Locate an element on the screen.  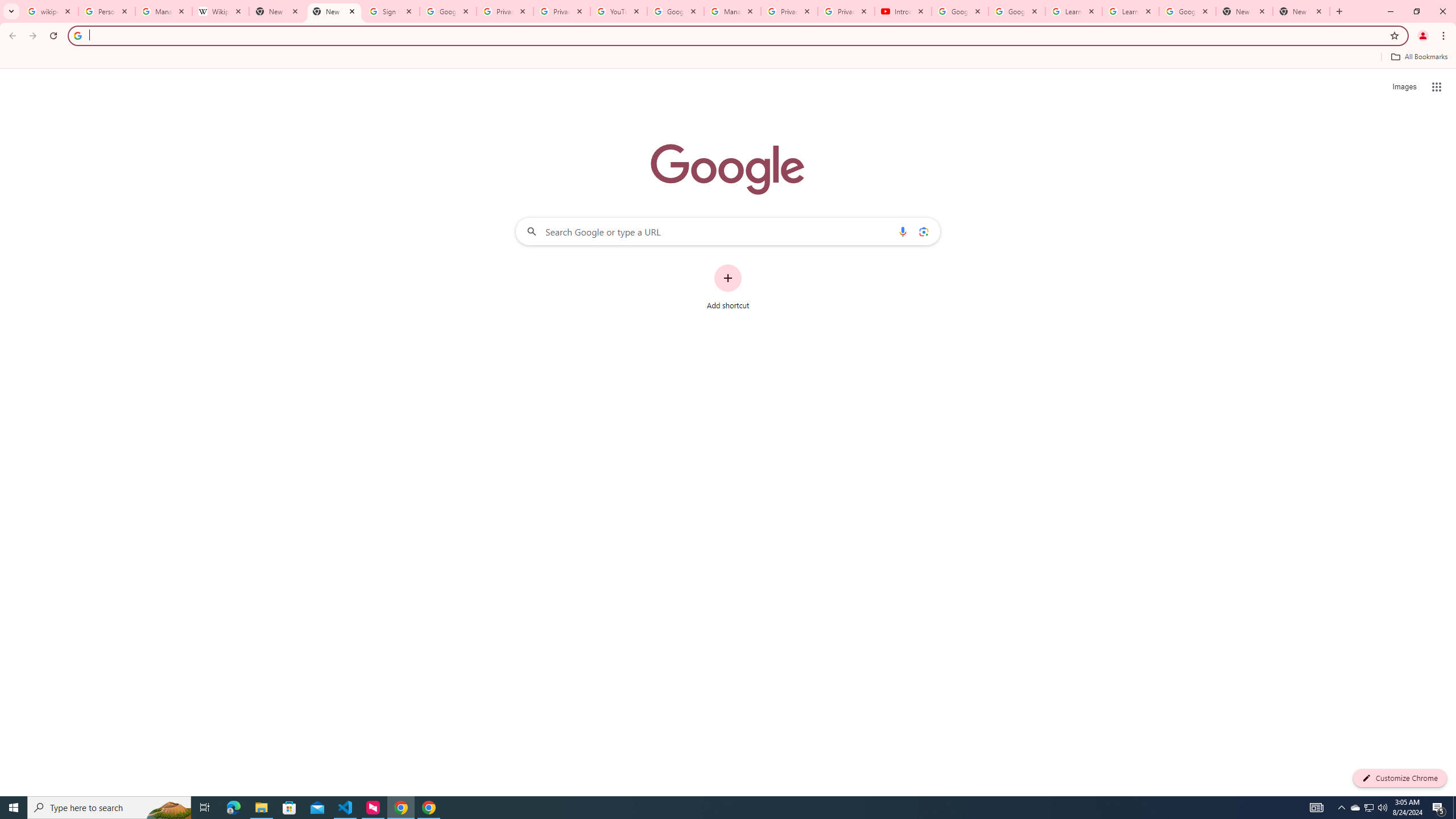
'Manage your Location History - Google Search Help' is located at coordinates (164, 11).